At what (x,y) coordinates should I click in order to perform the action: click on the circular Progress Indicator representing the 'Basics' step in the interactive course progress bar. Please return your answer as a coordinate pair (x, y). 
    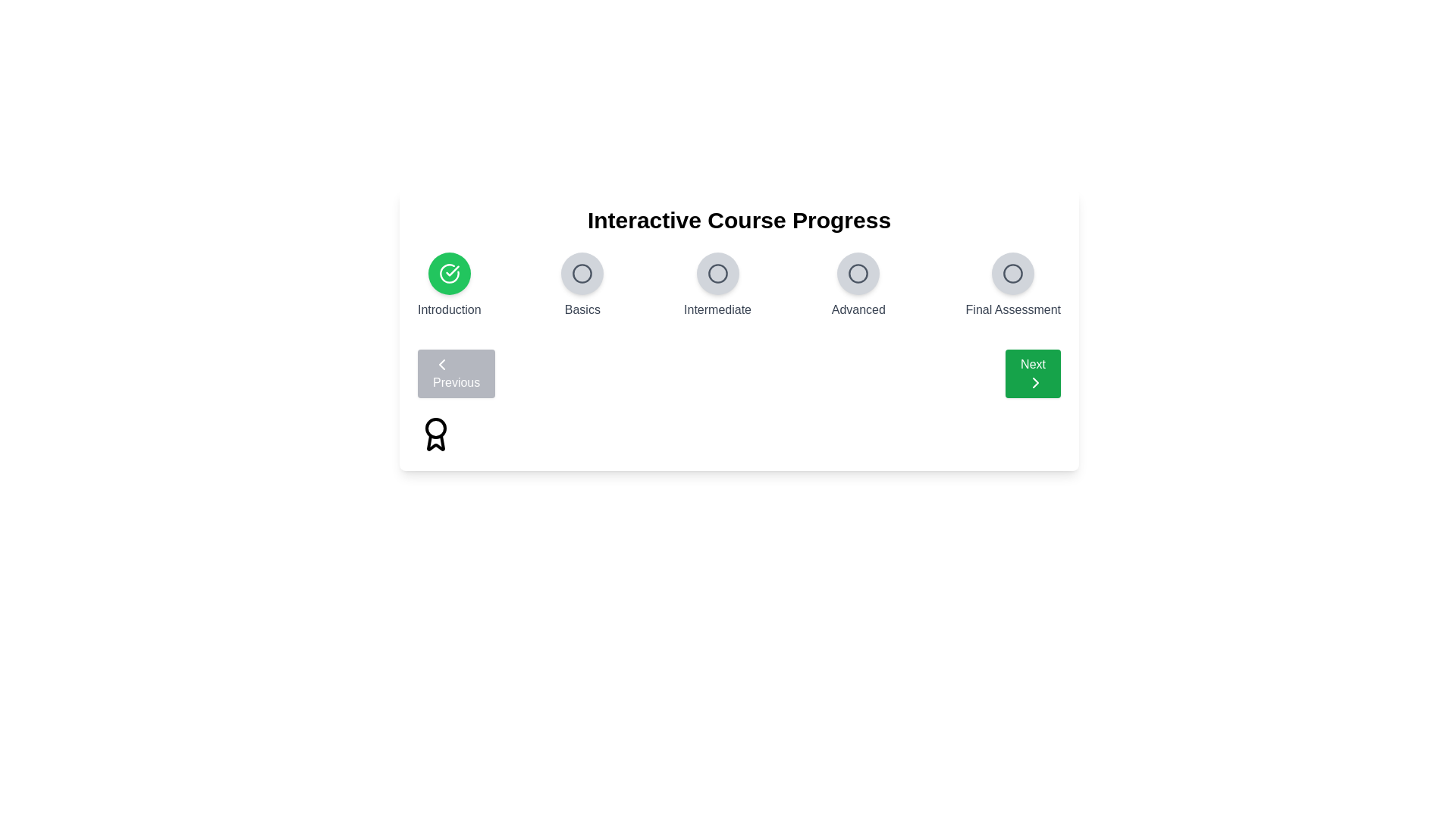
    Looking at the image, I should click on (582, 274).